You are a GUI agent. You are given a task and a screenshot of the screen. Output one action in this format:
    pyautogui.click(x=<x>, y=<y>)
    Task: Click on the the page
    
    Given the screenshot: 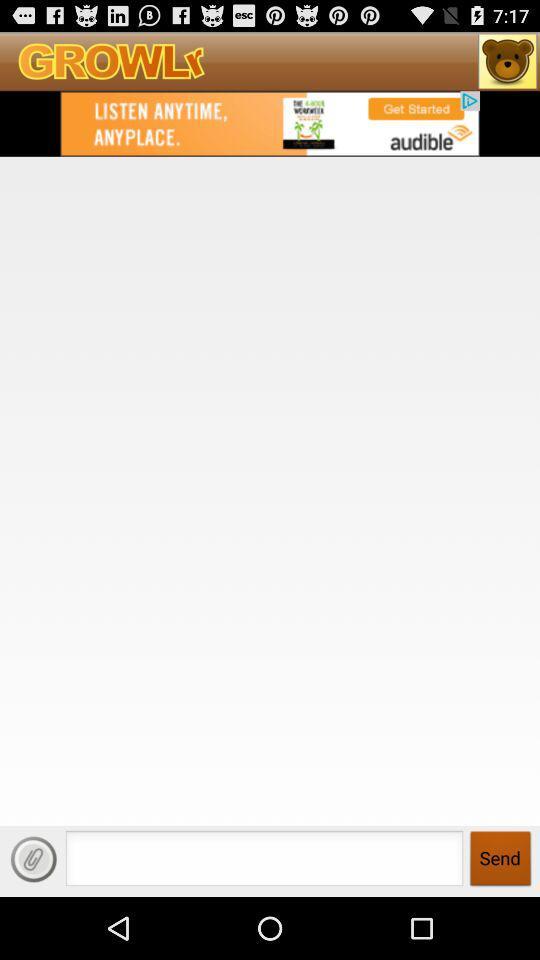 What is the action you would take?
    pyautogui.click(x=32, y=858)
    